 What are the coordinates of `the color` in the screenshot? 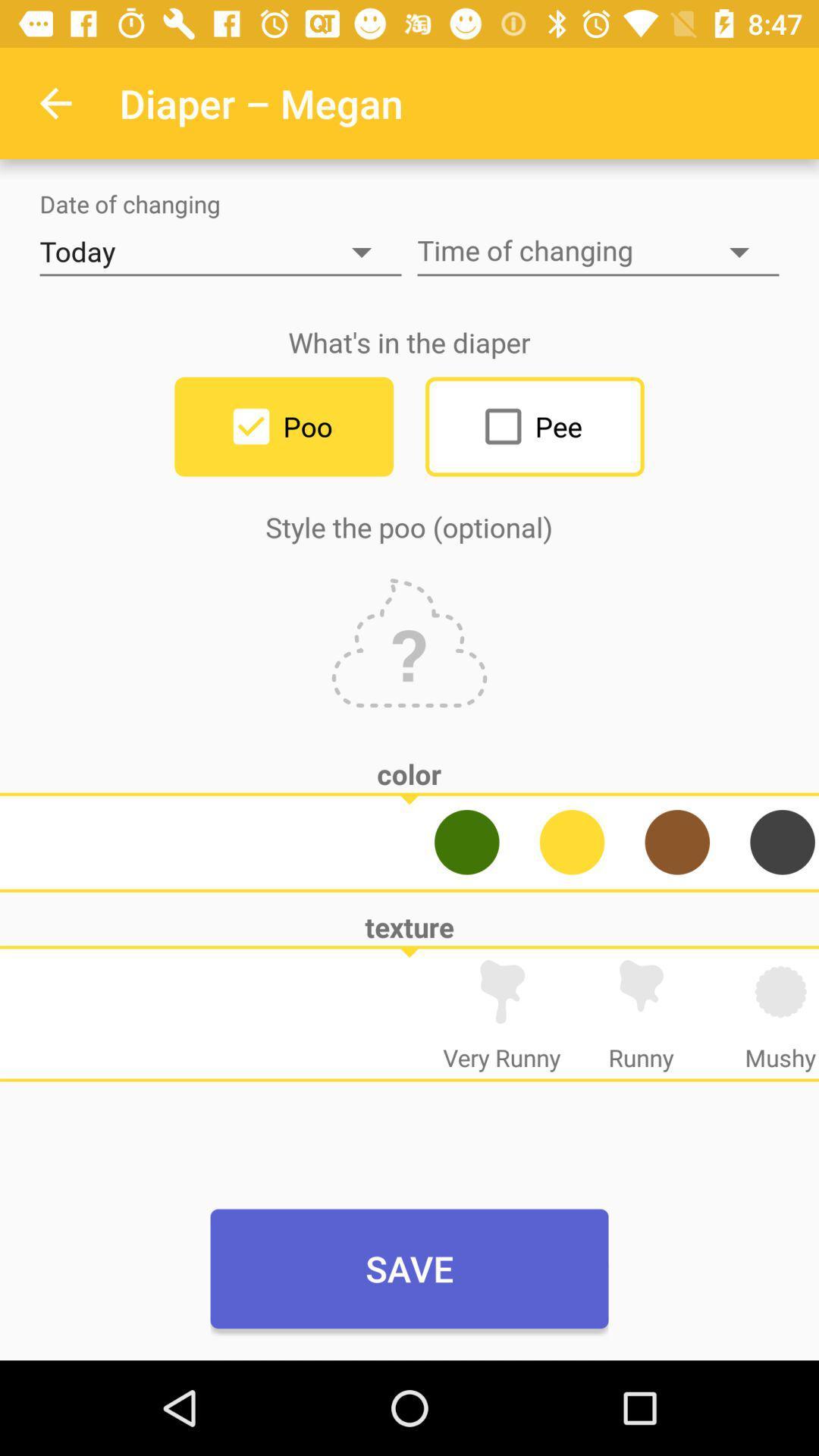 It's located at (676, 841).